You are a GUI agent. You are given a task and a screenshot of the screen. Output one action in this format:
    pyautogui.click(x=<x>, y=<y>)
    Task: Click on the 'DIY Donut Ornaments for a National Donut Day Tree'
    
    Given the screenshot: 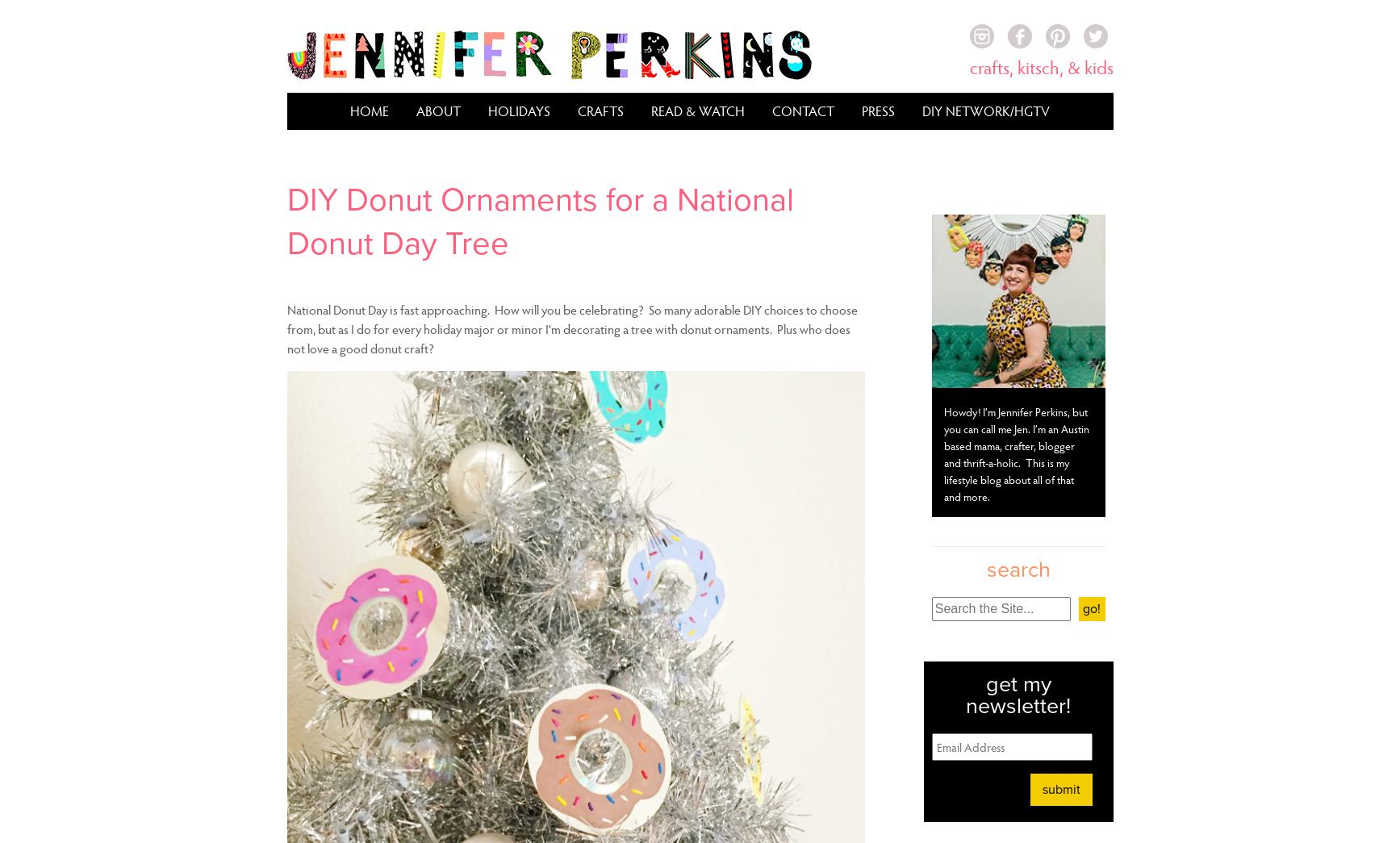 What is the action you would take?
    pyautogui.click(x=540, y=220)
    